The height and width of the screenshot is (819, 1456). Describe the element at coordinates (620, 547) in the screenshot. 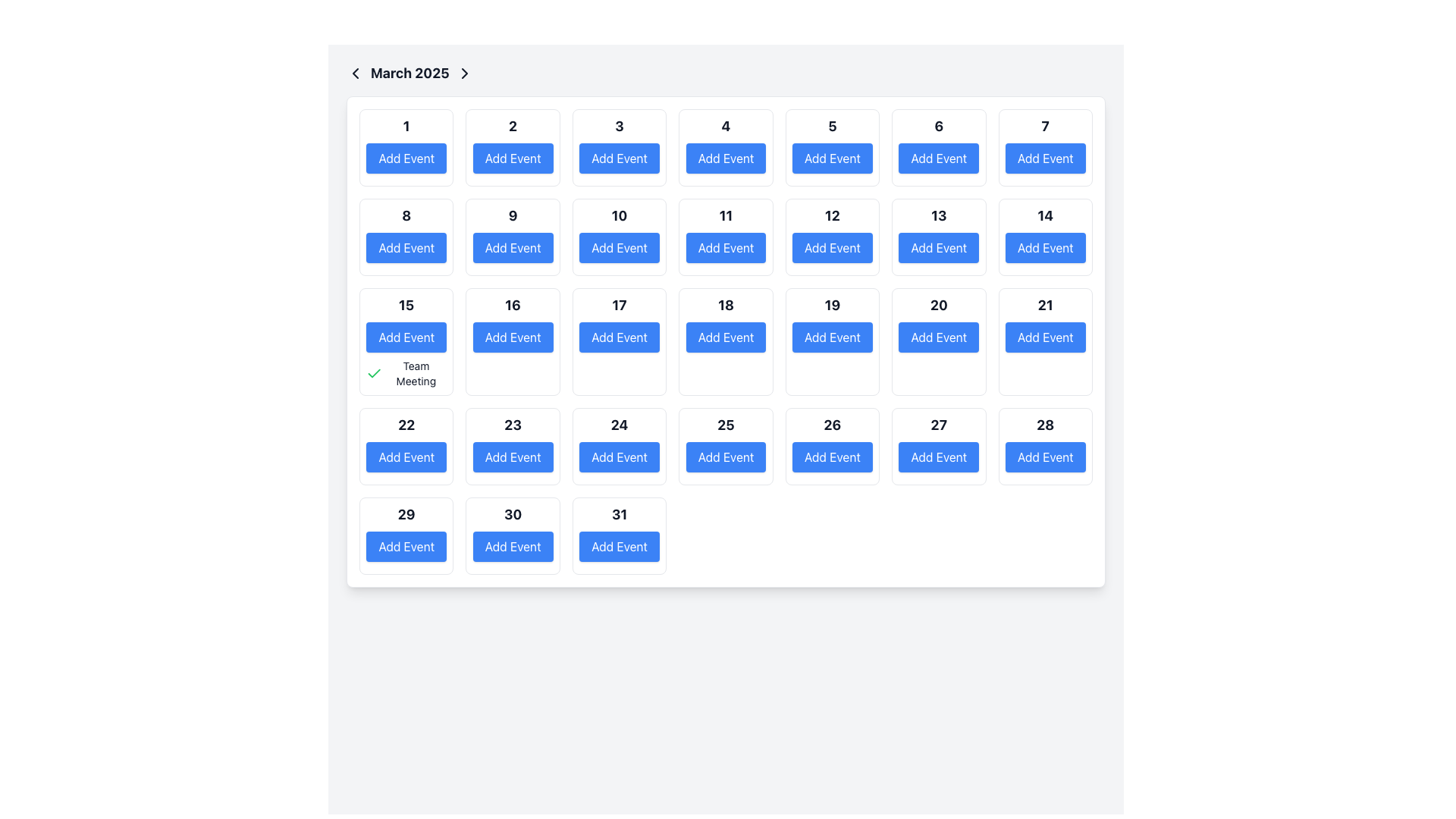

I see `the button located in the calendar cell for the date '31' to change its shade` at that location.